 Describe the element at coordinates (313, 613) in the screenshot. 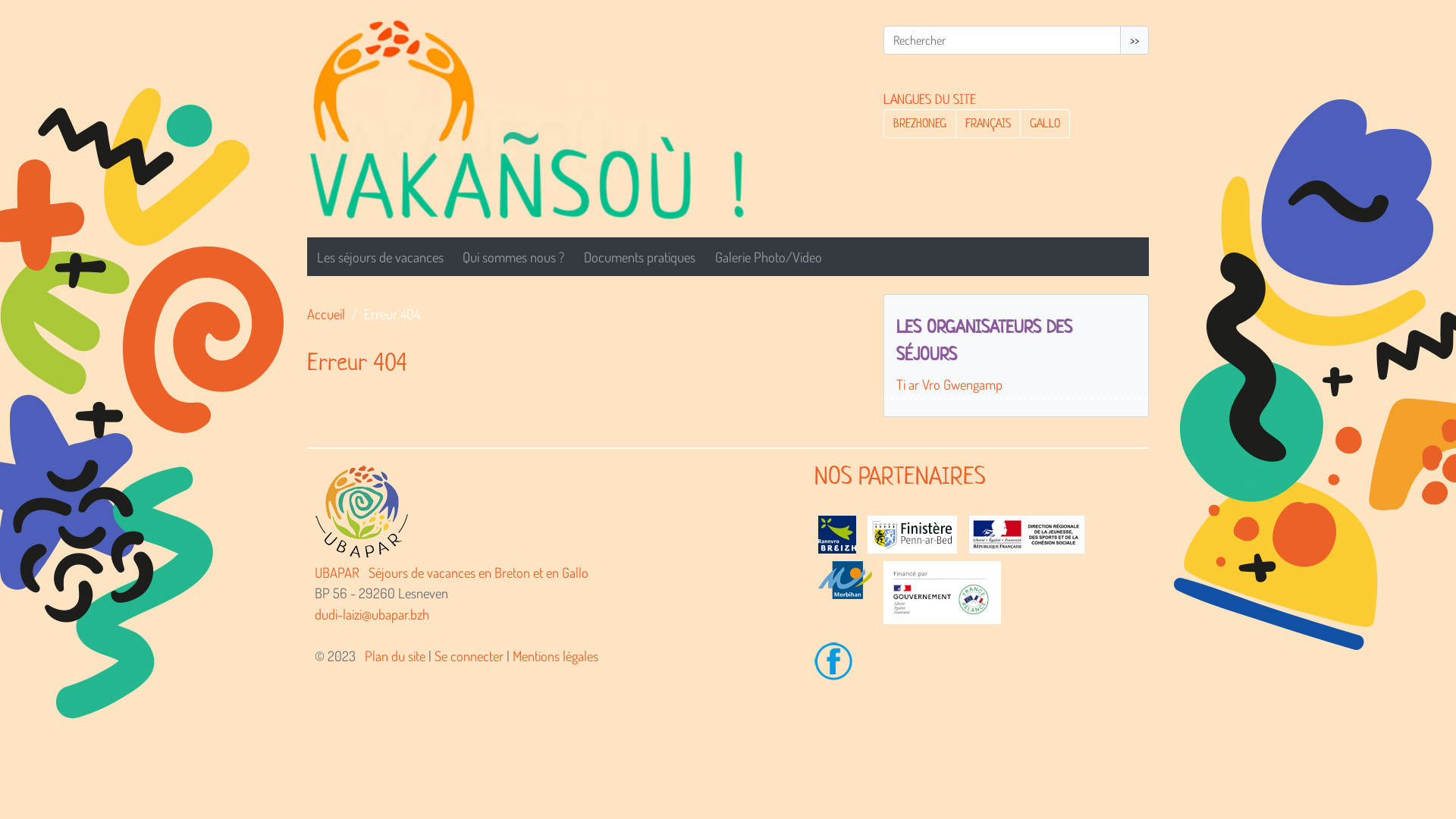

I see `'dudi-laizi@ubapar.bzh'` at that location.